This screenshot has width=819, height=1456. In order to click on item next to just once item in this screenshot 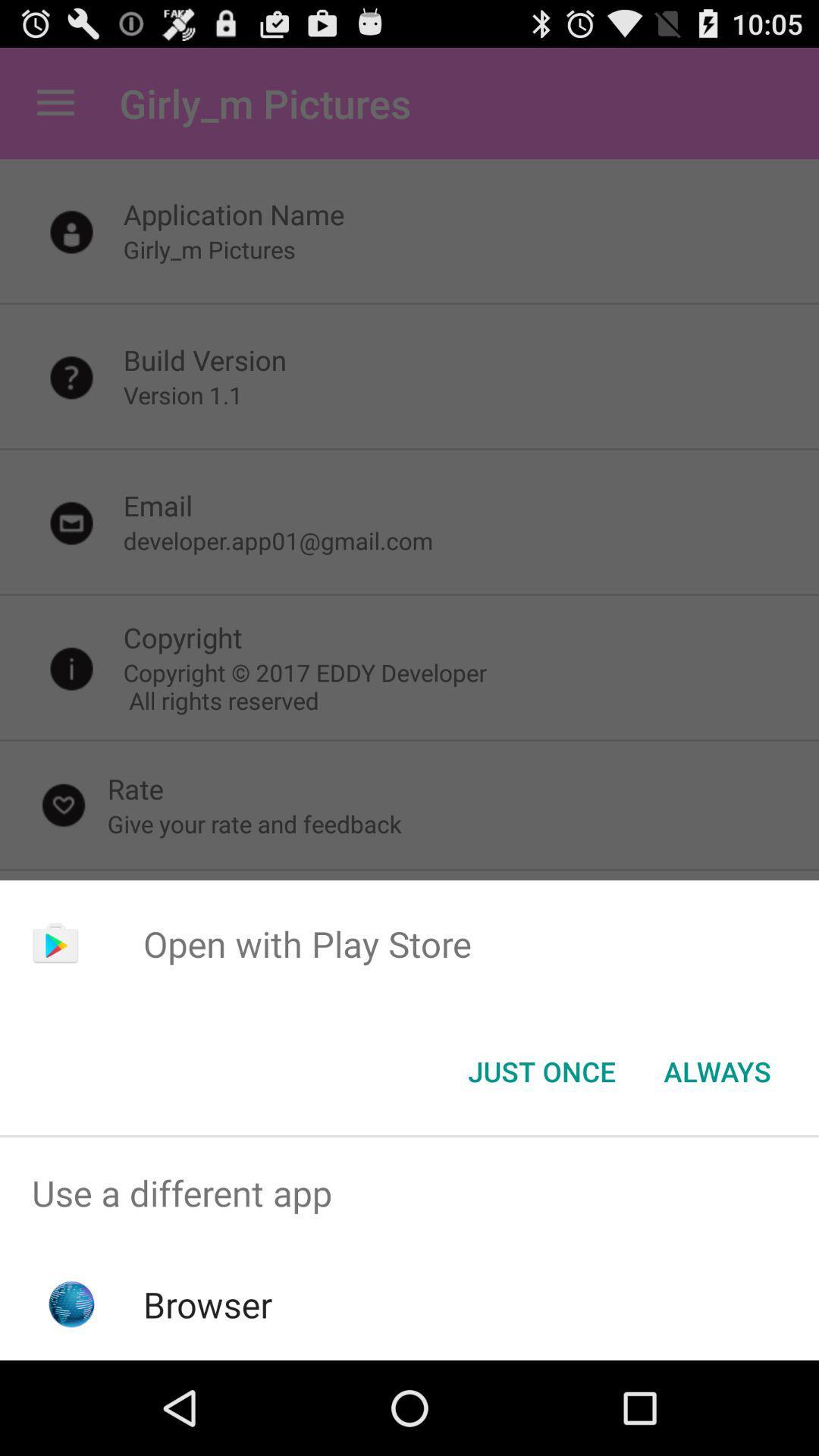, I will do `click(717, 1070)`.